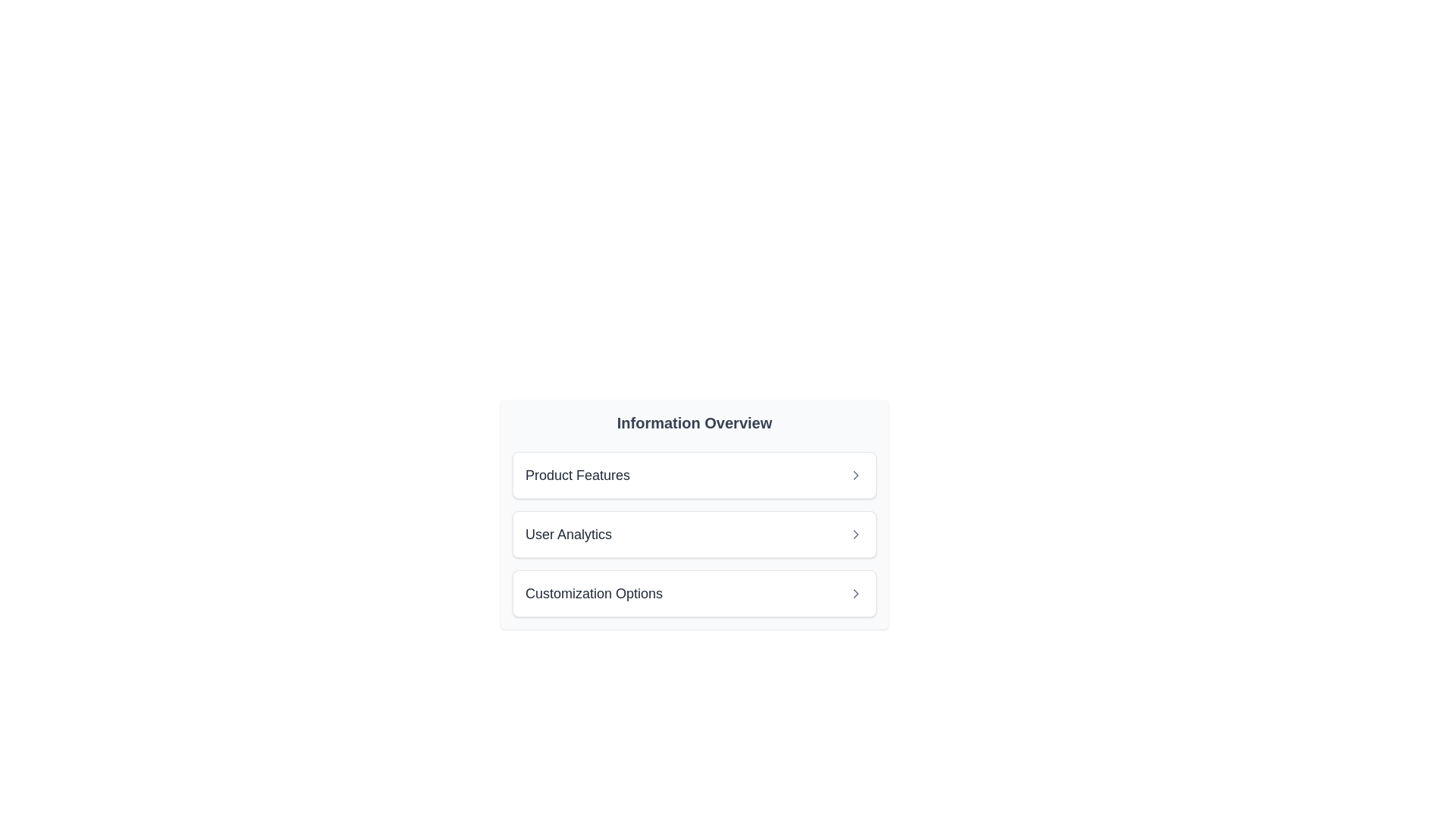  I want to click on rightward-pointing chevron icon, which is light-gray and located at the end of the 'Product Features' list item in the 'Information Overview' section, so click(855, 475).